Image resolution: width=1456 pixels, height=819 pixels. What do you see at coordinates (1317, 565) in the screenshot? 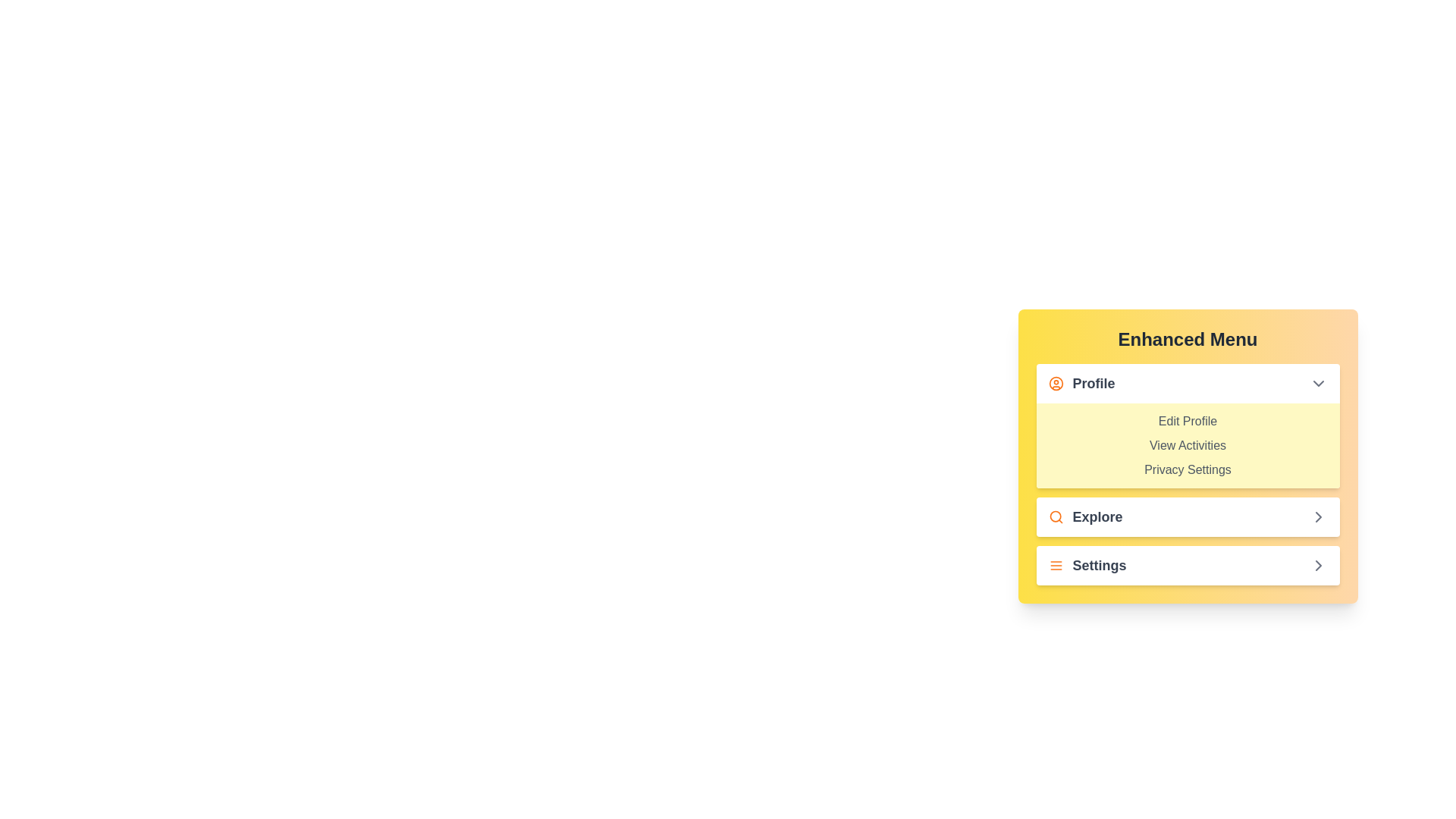
I see `the navigational icon located to the right of the 'Settings' menu entry` at bounding box center [1317, 565].